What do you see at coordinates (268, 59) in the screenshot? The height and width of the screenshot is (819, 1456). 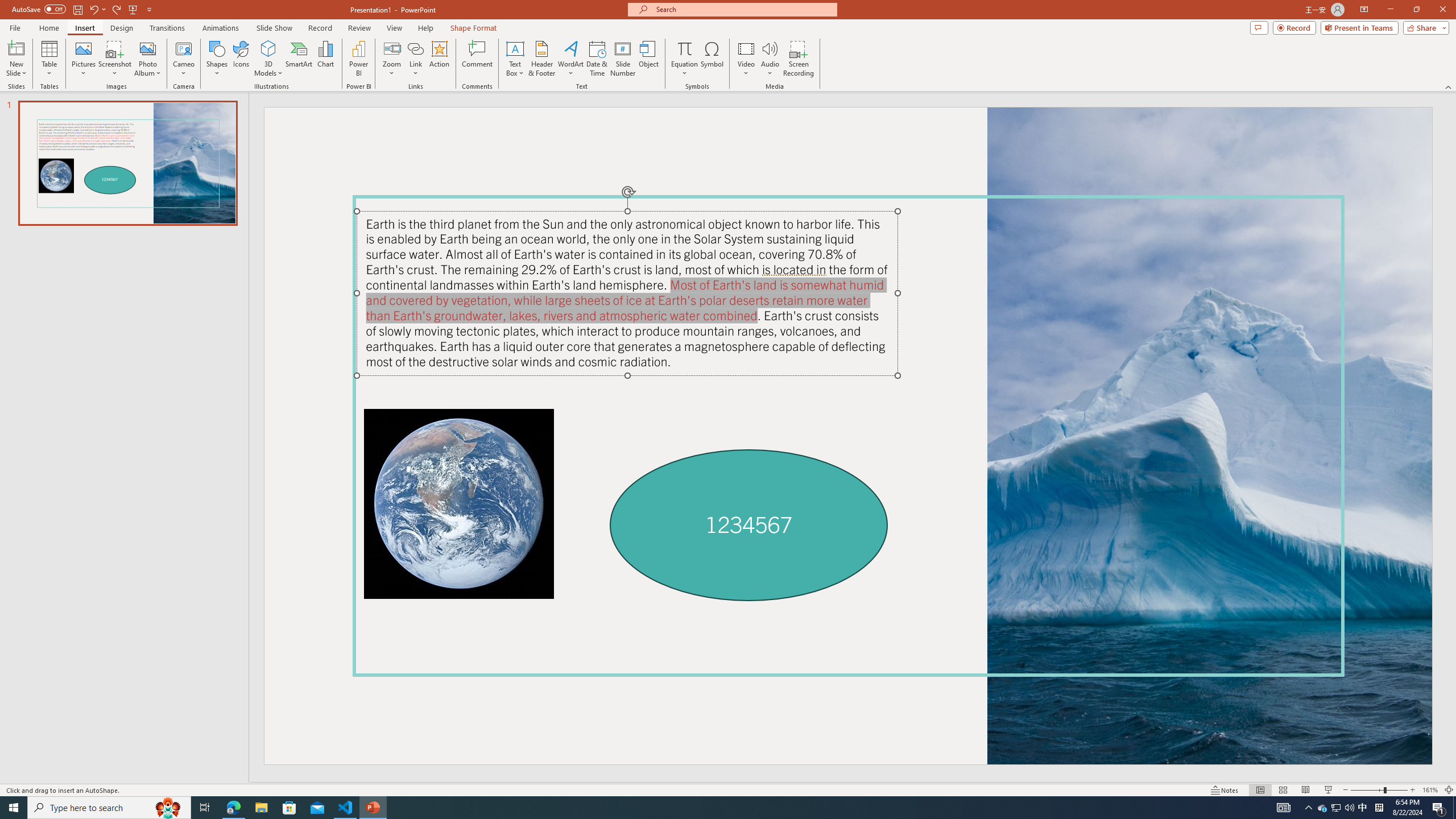 I see `'3D Models'` at bounding box center [268, 59].